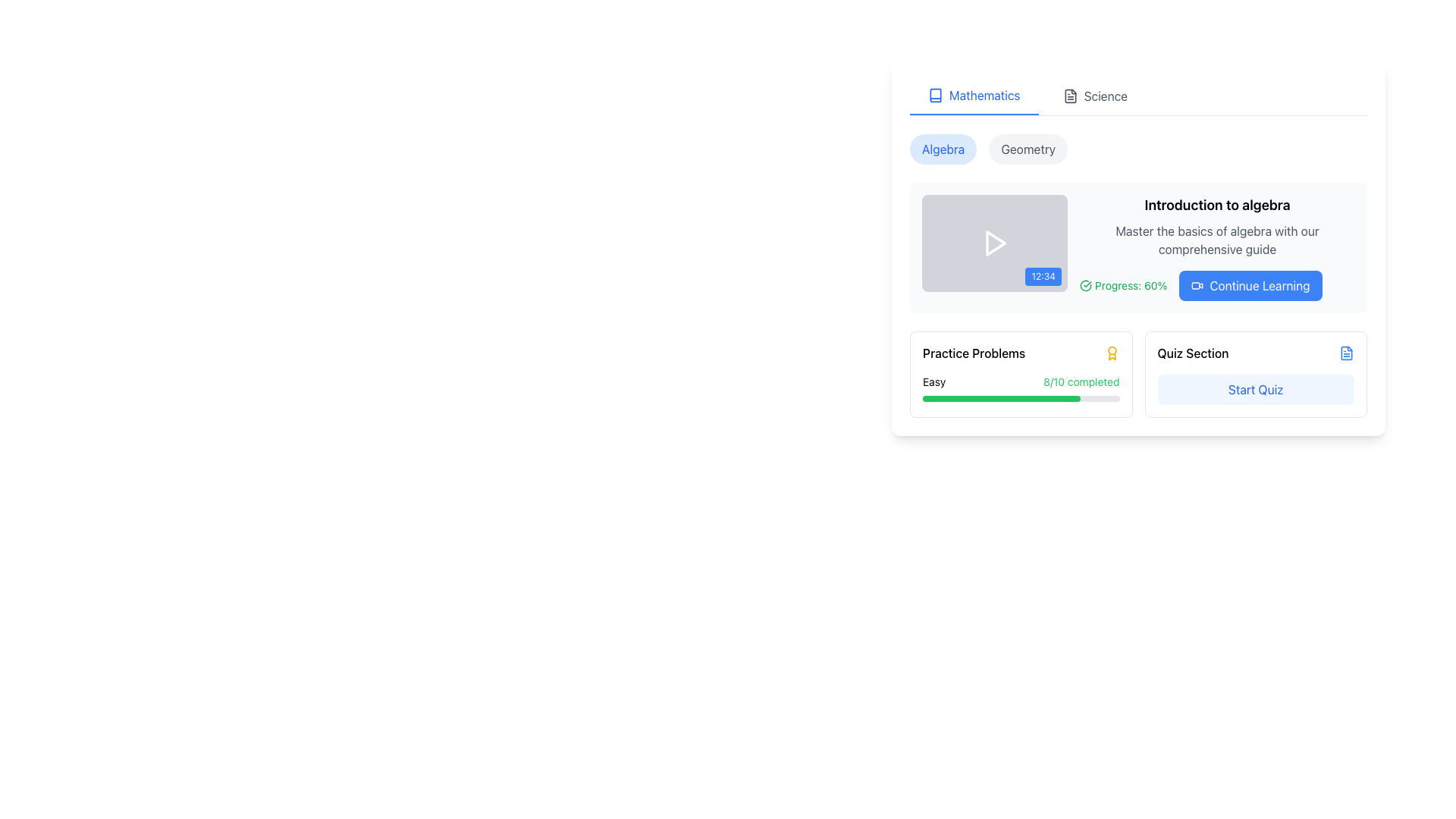  I want to click on the 'Algebra' button, which is a pill-shaped button with a blue background, so click(943, 149).